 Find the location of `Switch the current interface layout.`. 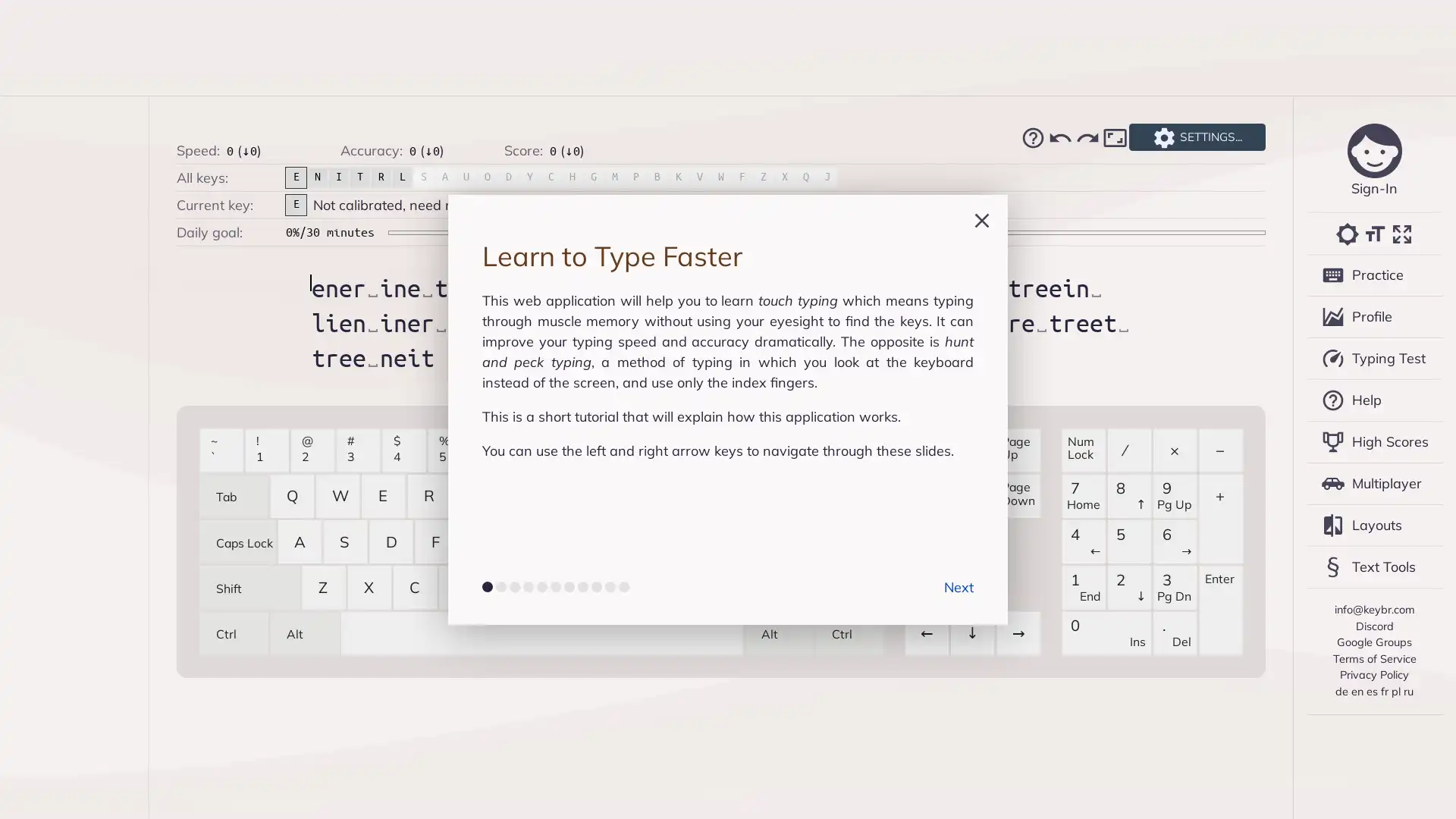

Switch the current interface layout. is located at coordinates (1114, 137).